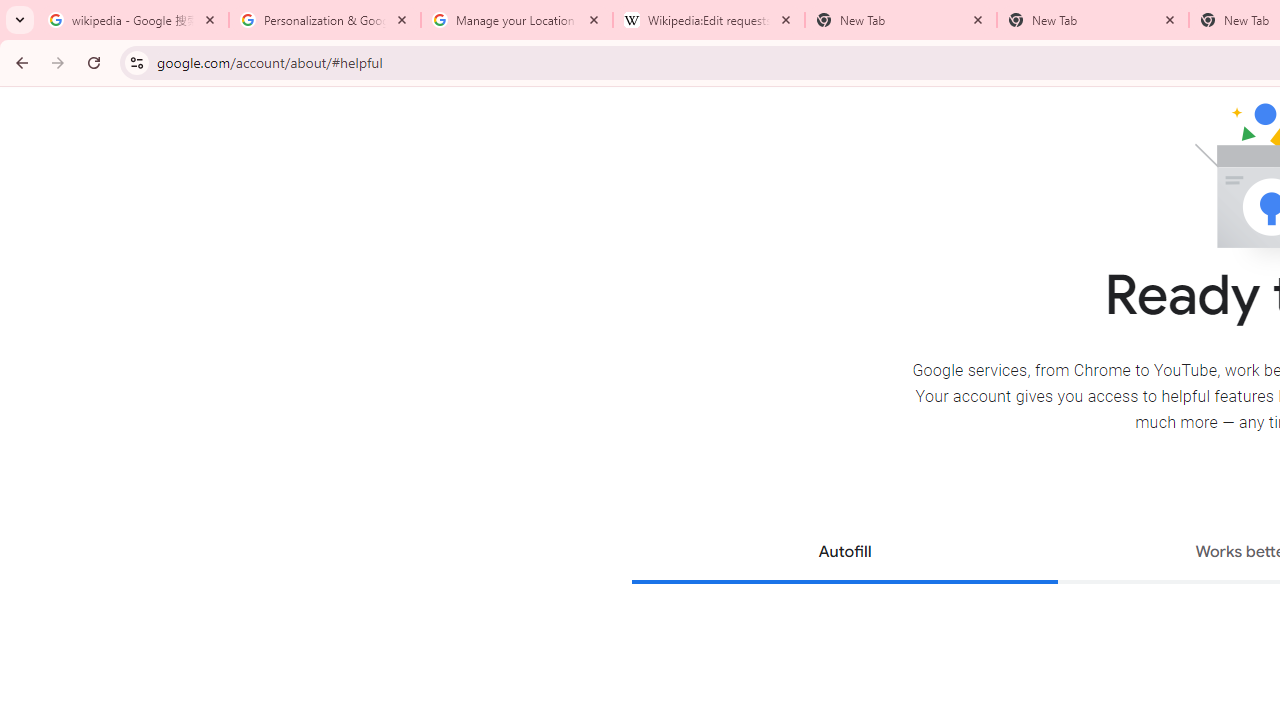  What do you see at coordinates (844, 554) in the screenshot?
I see `'Autofill'` at bounding box center [844, 554].